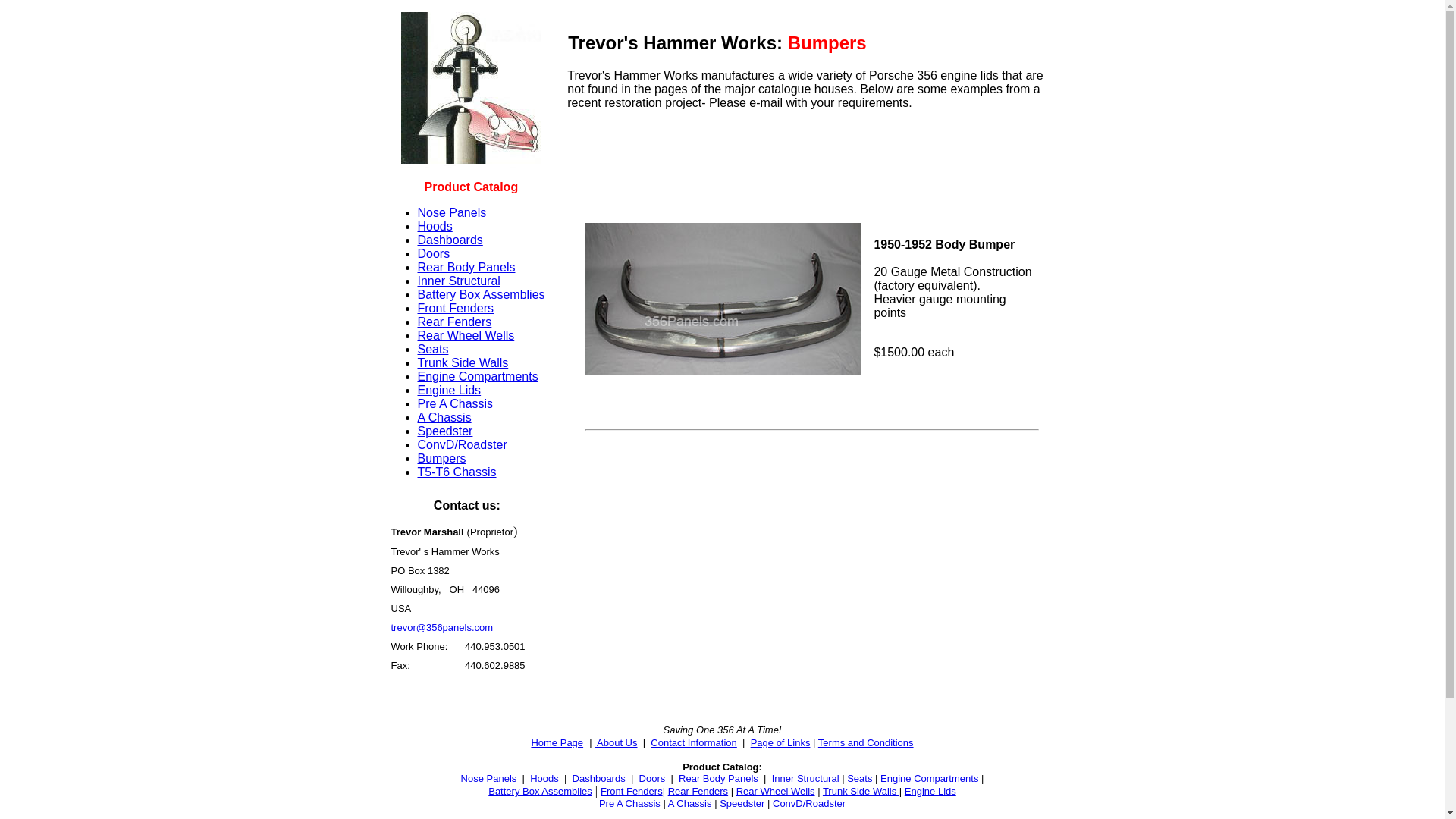 The width and height of the screenshot is (1456, 819). Describe the element at coordinates (433, 226) in the screenshot. I see `'Hoods'` at that location.